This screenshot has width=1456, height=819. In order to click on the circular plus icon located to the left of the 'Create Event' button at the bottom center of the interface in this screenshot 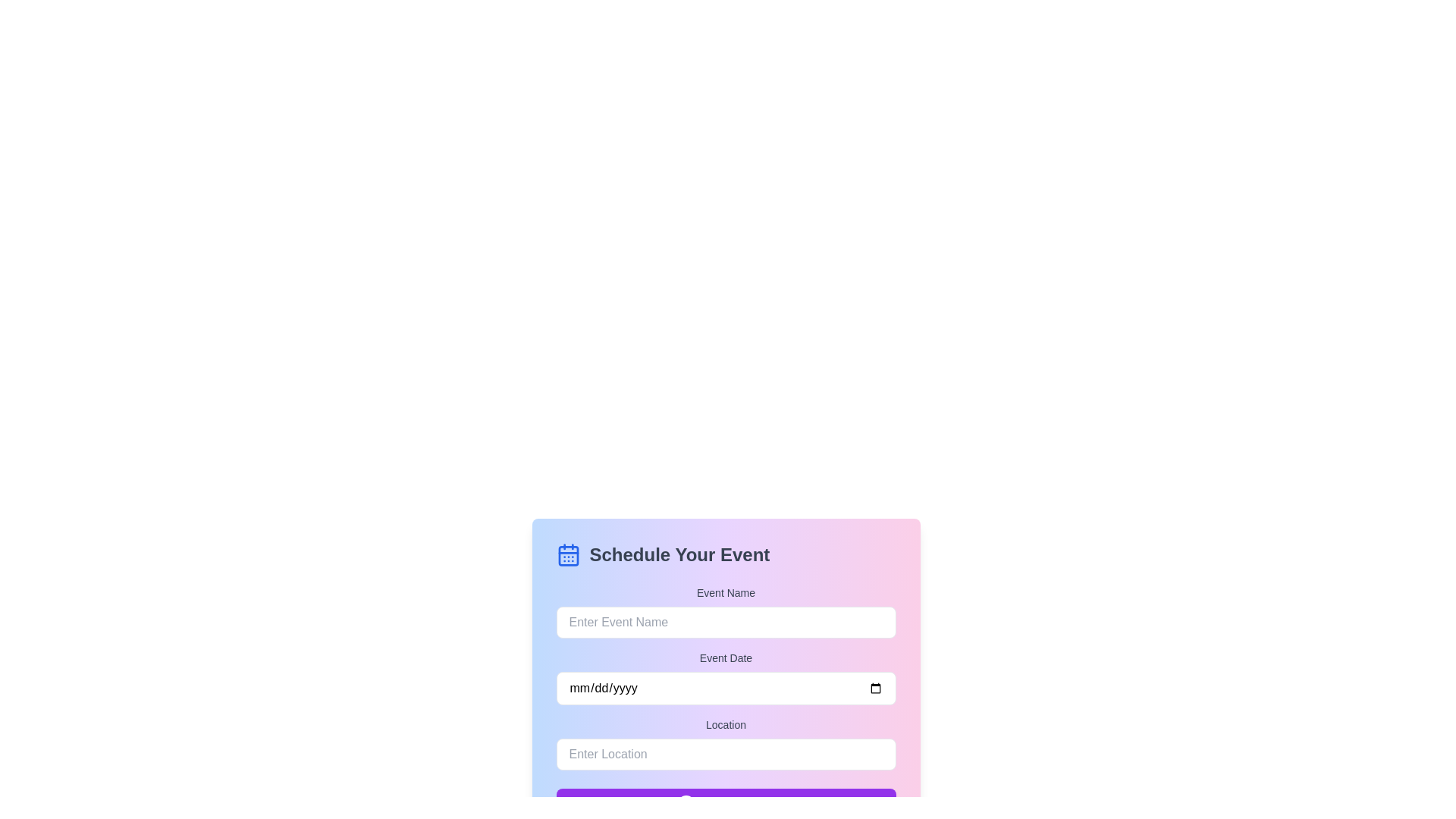, I will do `click(685, 803)`.